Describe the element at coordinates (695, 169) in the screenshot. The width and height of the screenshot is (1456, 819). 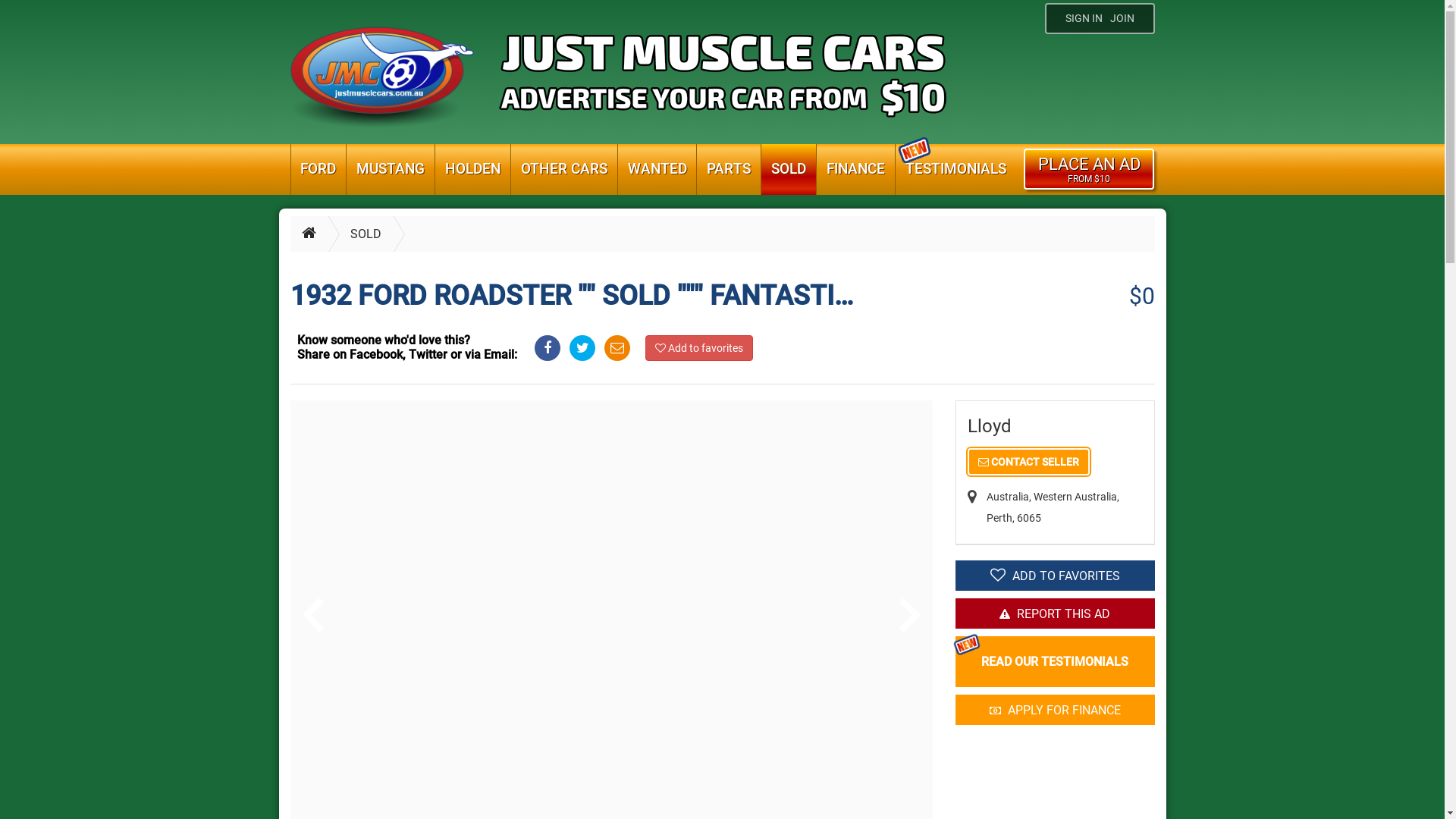
I see `'PARTS'` at that location.